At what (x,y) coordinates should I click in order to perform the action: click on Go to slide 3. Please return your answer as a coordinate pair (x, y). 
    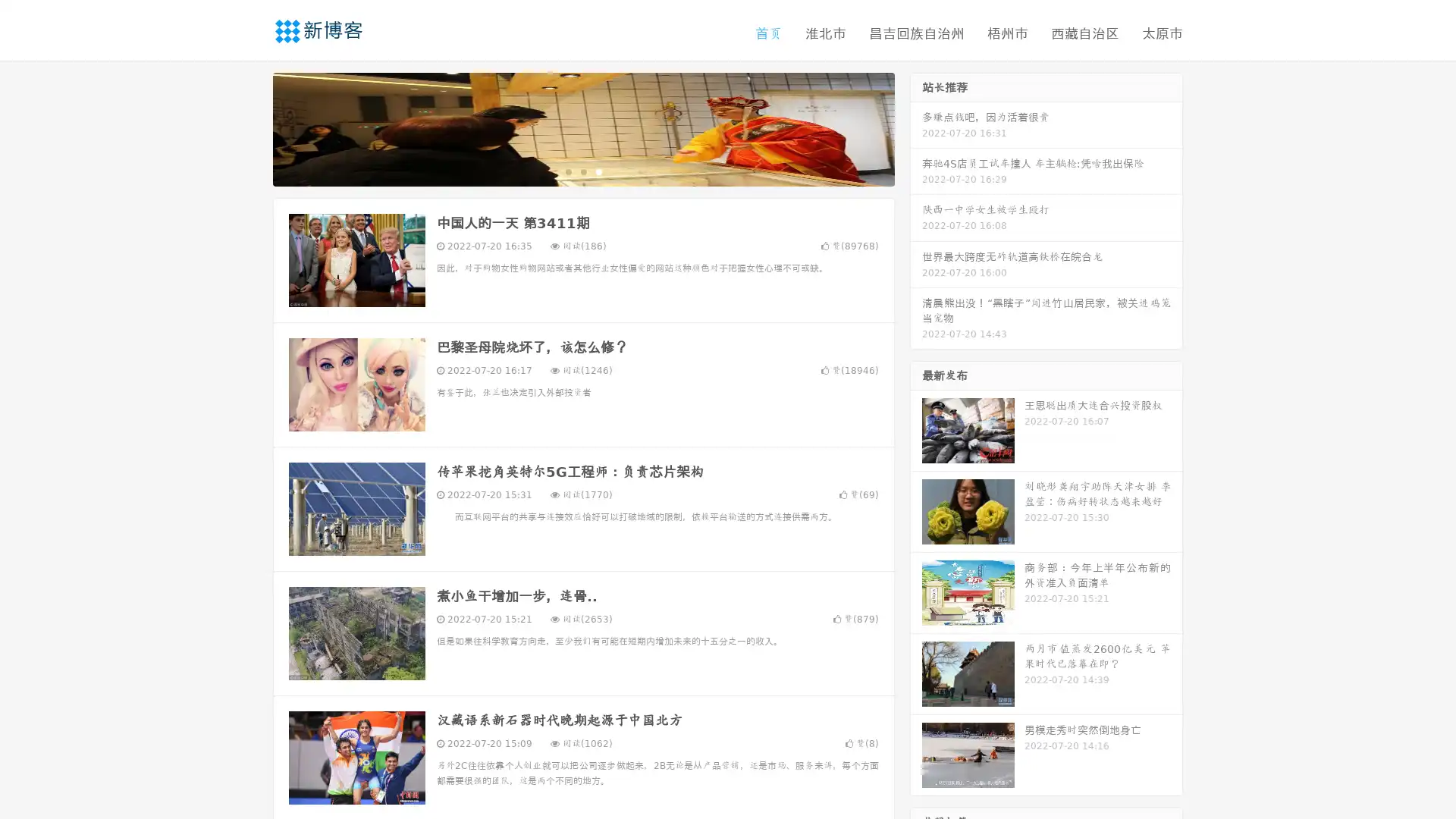
    Looking at the image, I should click on (598, 171).